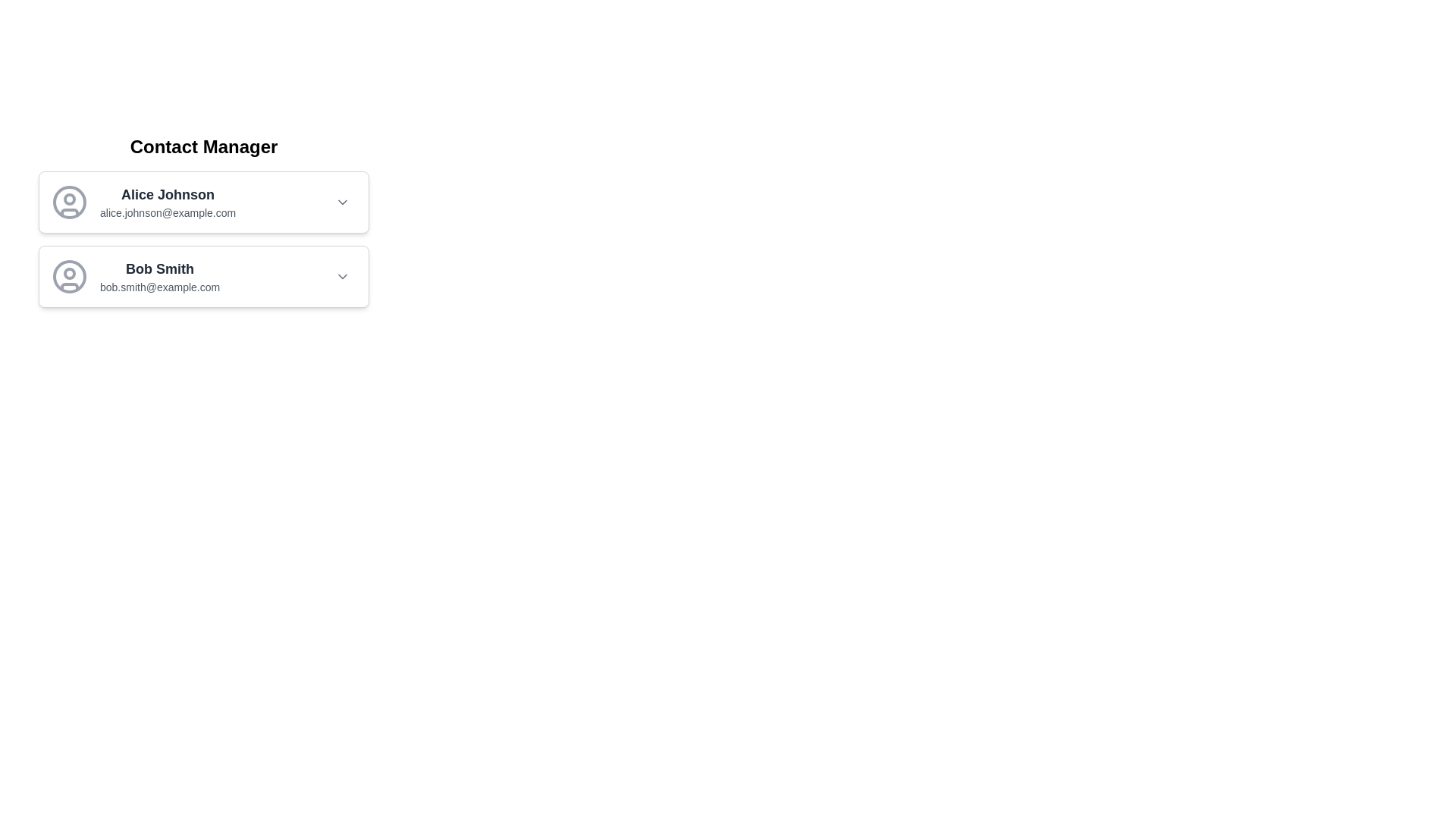  I want to click on email address displayed in the text label element showing 'bob.smith@example.com', which is located below the name 'Bob Smith' in the contact list, so click(160, 287).